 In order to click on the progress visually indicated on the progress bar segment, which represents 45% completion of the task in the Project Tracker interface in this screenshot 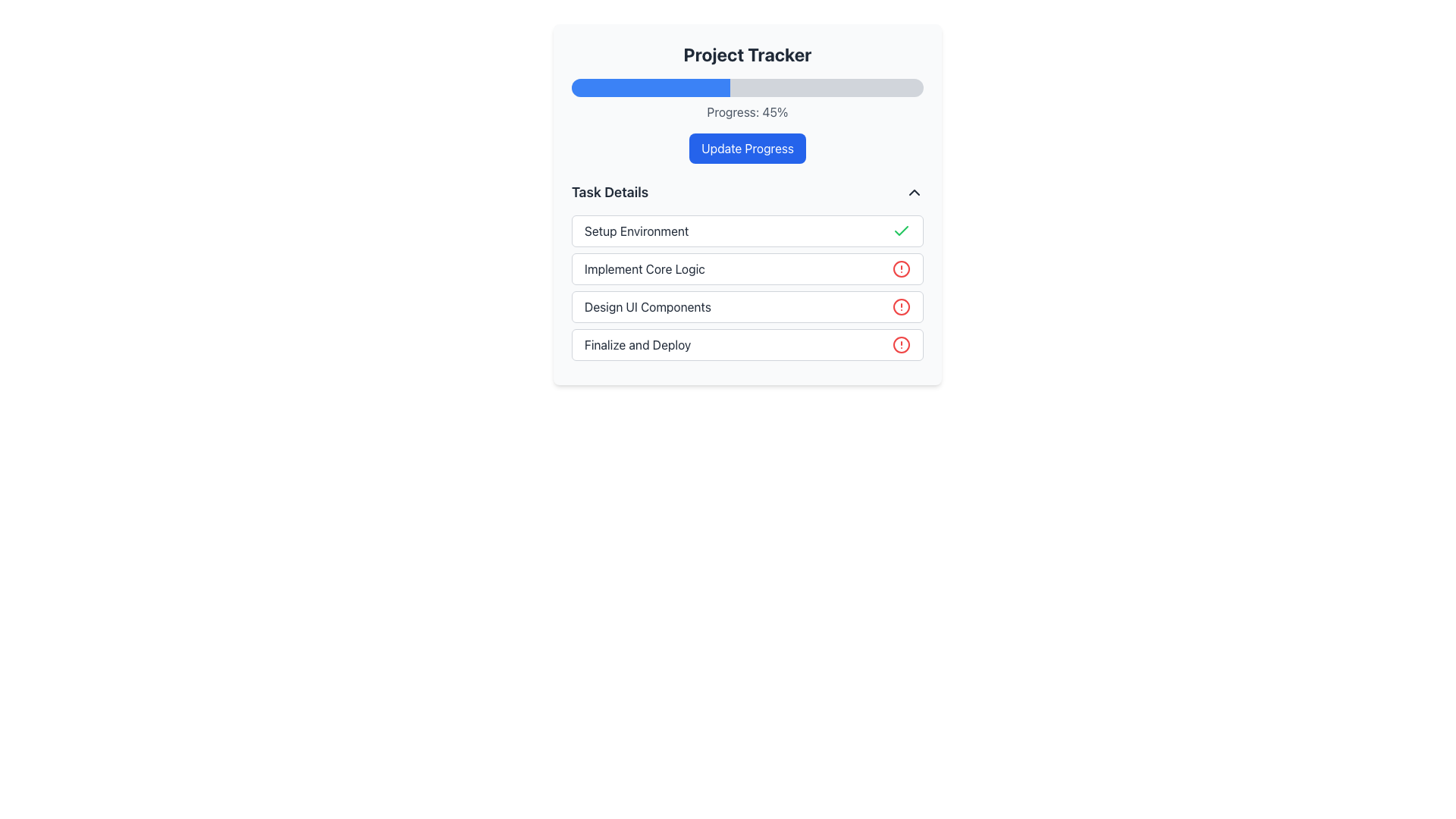, I will do `click(651, 87)`.